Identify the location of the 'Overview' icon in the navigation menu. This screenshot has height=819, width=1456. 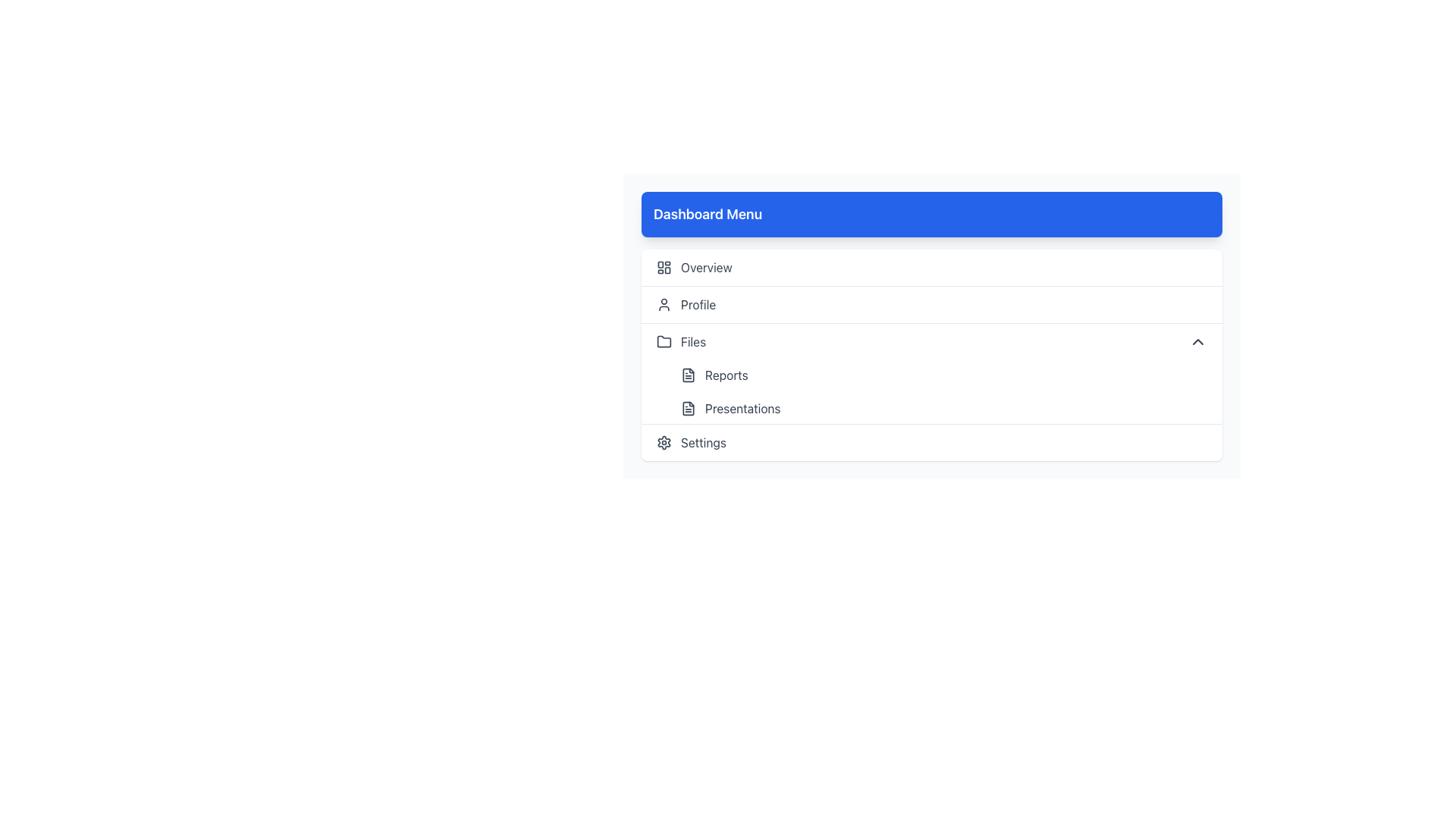
(664, 267).